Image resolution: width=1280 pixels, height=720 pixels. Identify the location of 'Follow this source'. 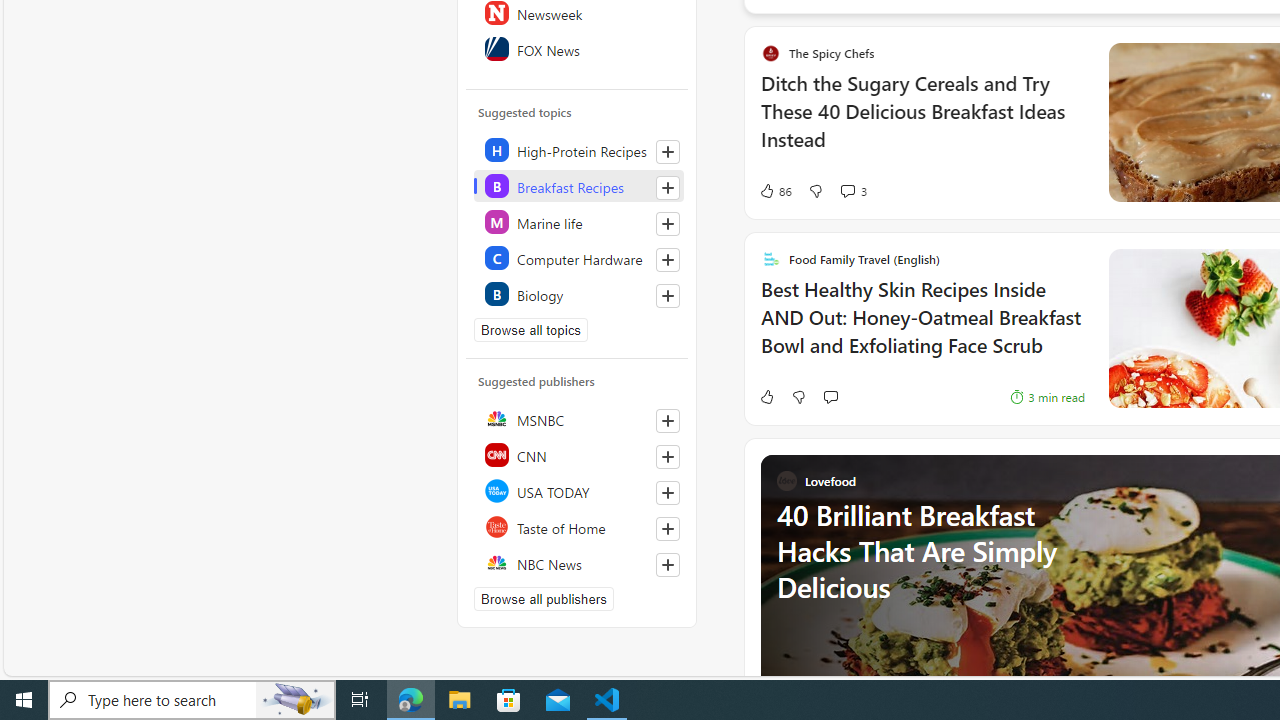
(667, 564).